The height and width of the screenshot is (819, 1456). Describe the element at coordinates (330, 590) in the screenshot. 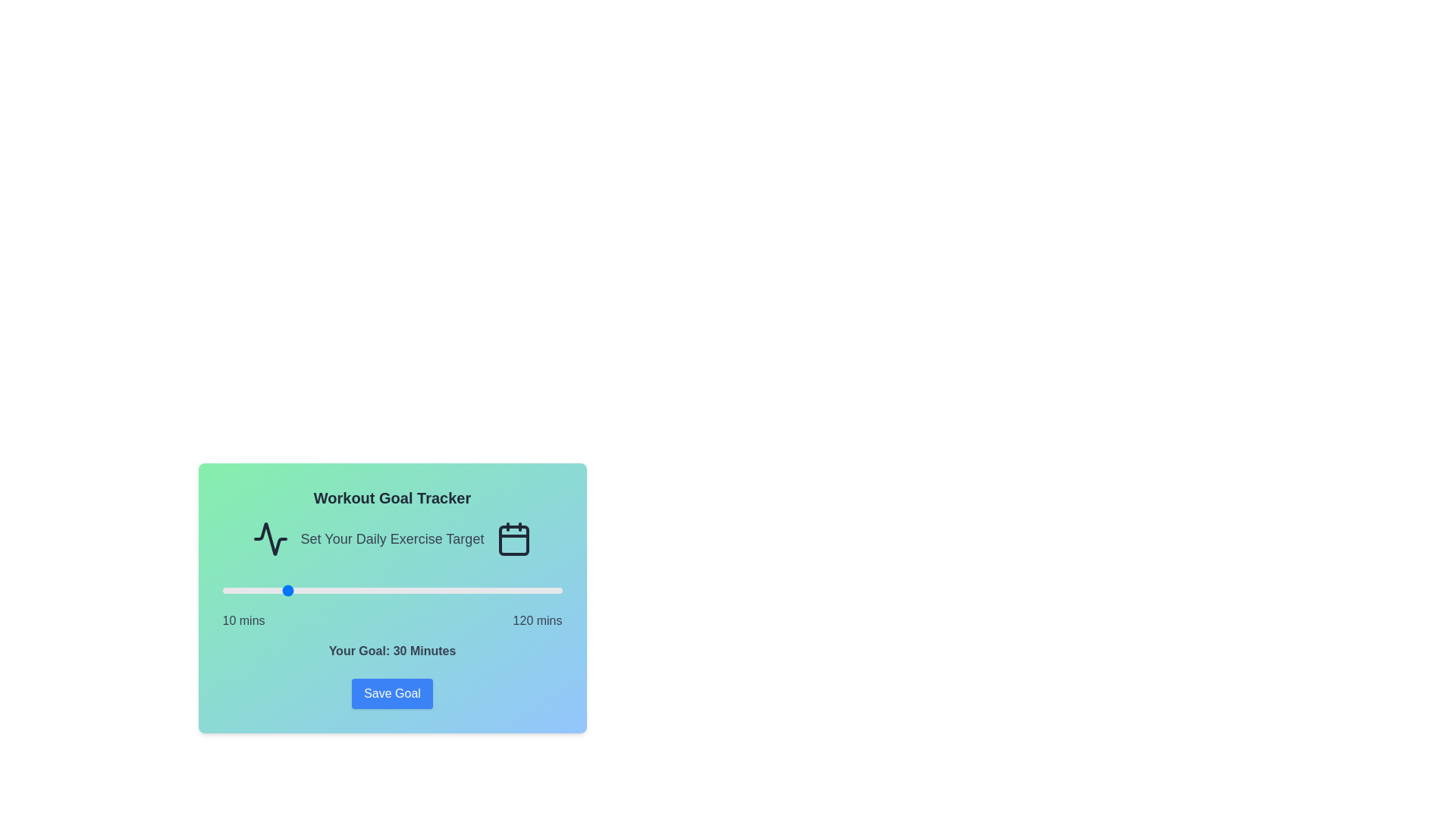

I see `the workout goal slider to set the goal to 45 minutes` at that location.